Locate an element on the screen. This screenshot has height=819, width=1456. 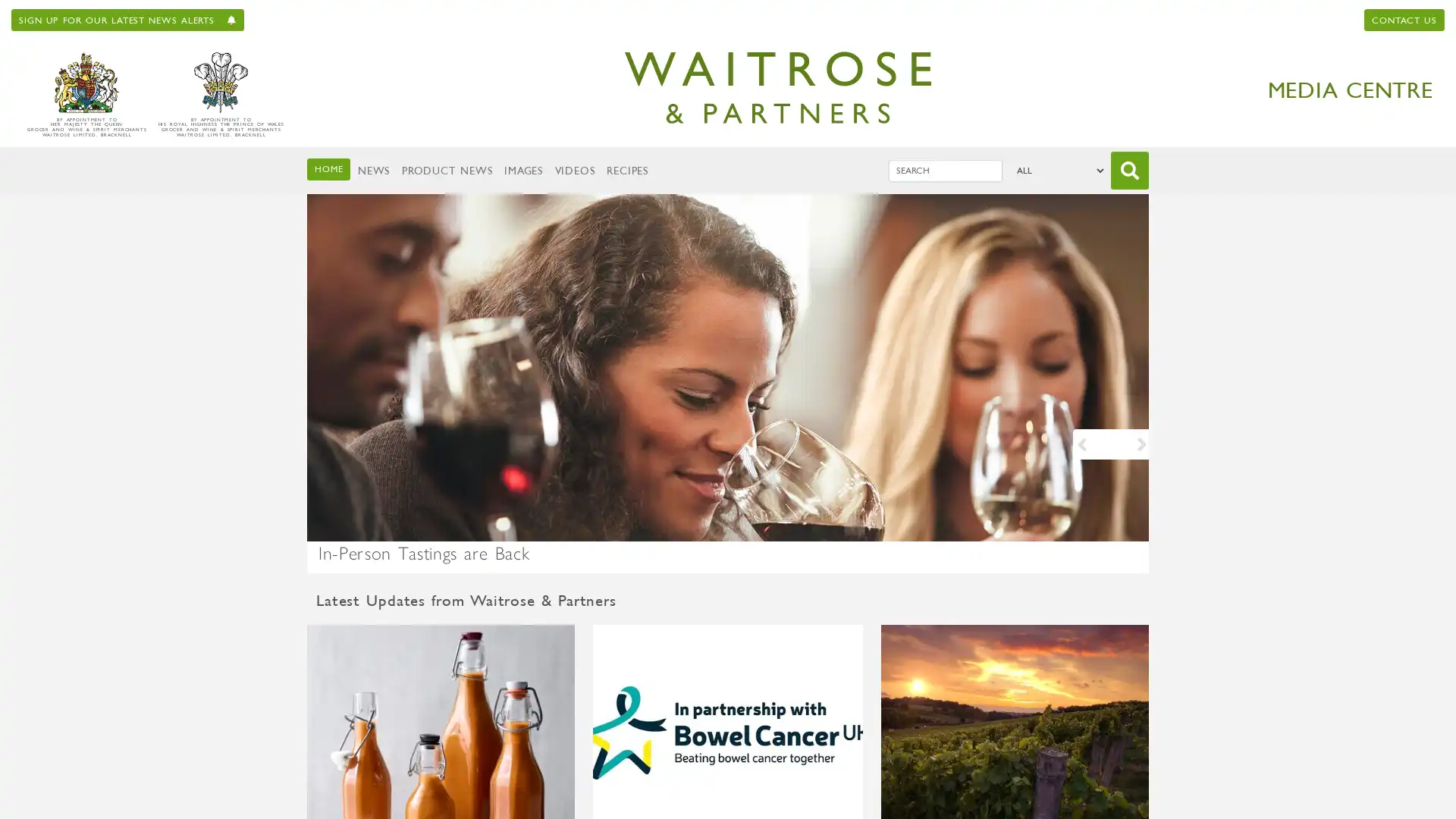
HOME (CURRENT) is located at coordinates (328, 168).